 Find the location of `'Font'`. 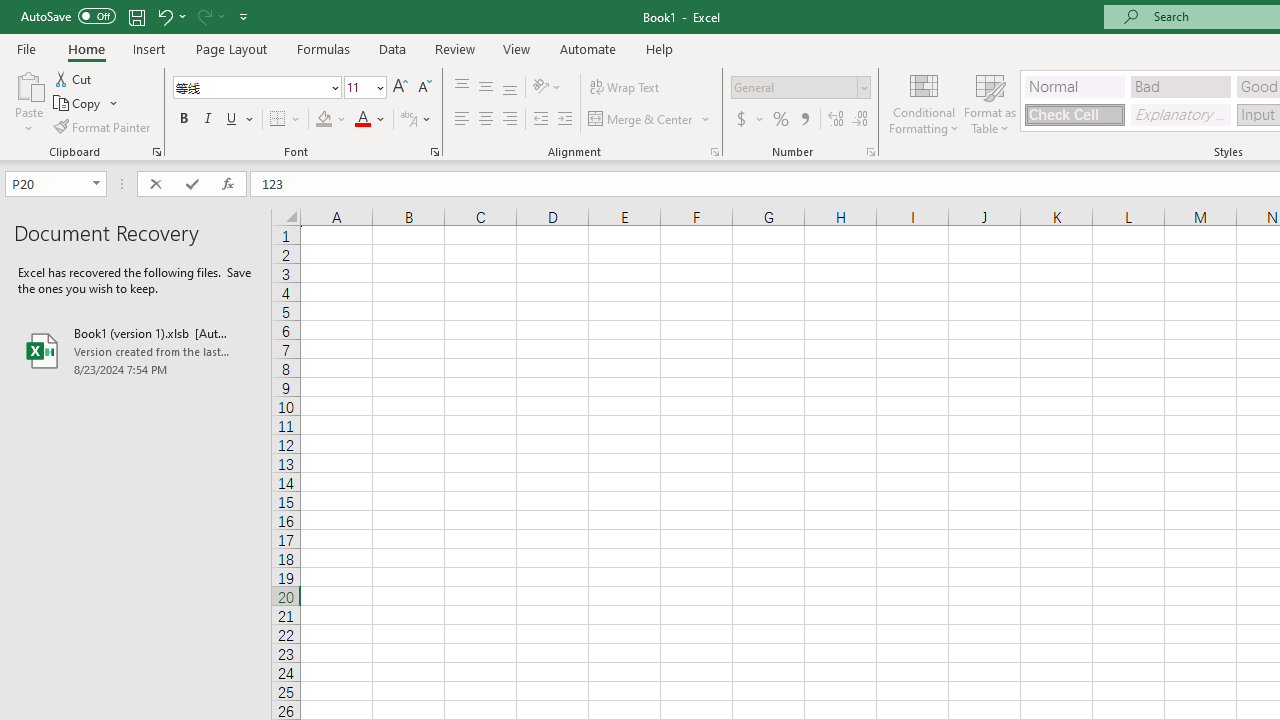

'Font' is located at coordinates (249, 86).